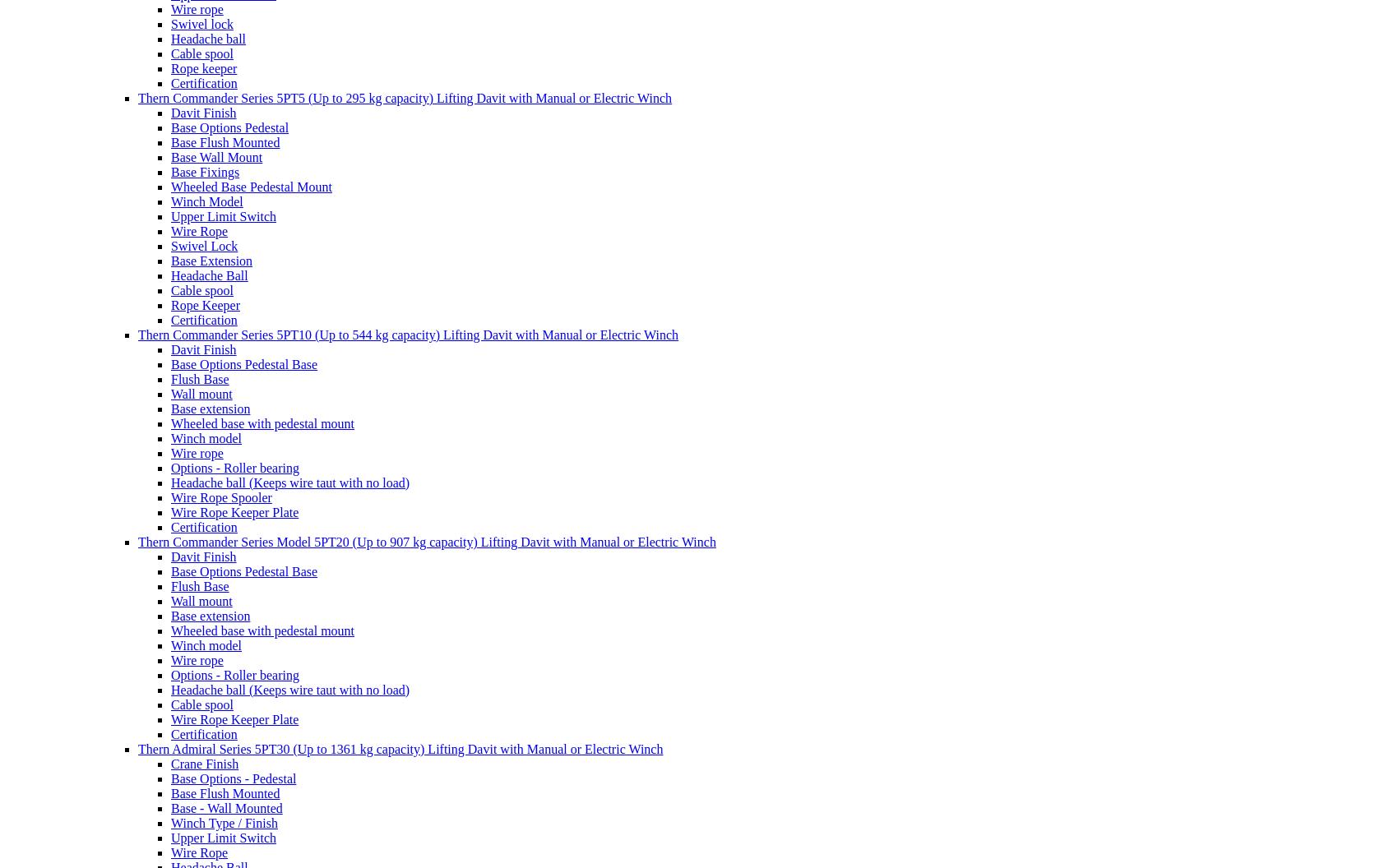  Describe the element at coordinates (408, 334) in the screenshot. I see `'Thern Commander Series 5PT10 (Up to 544 kg capacity) Lifting Davit with Manual or Electric Winch'` at that location.